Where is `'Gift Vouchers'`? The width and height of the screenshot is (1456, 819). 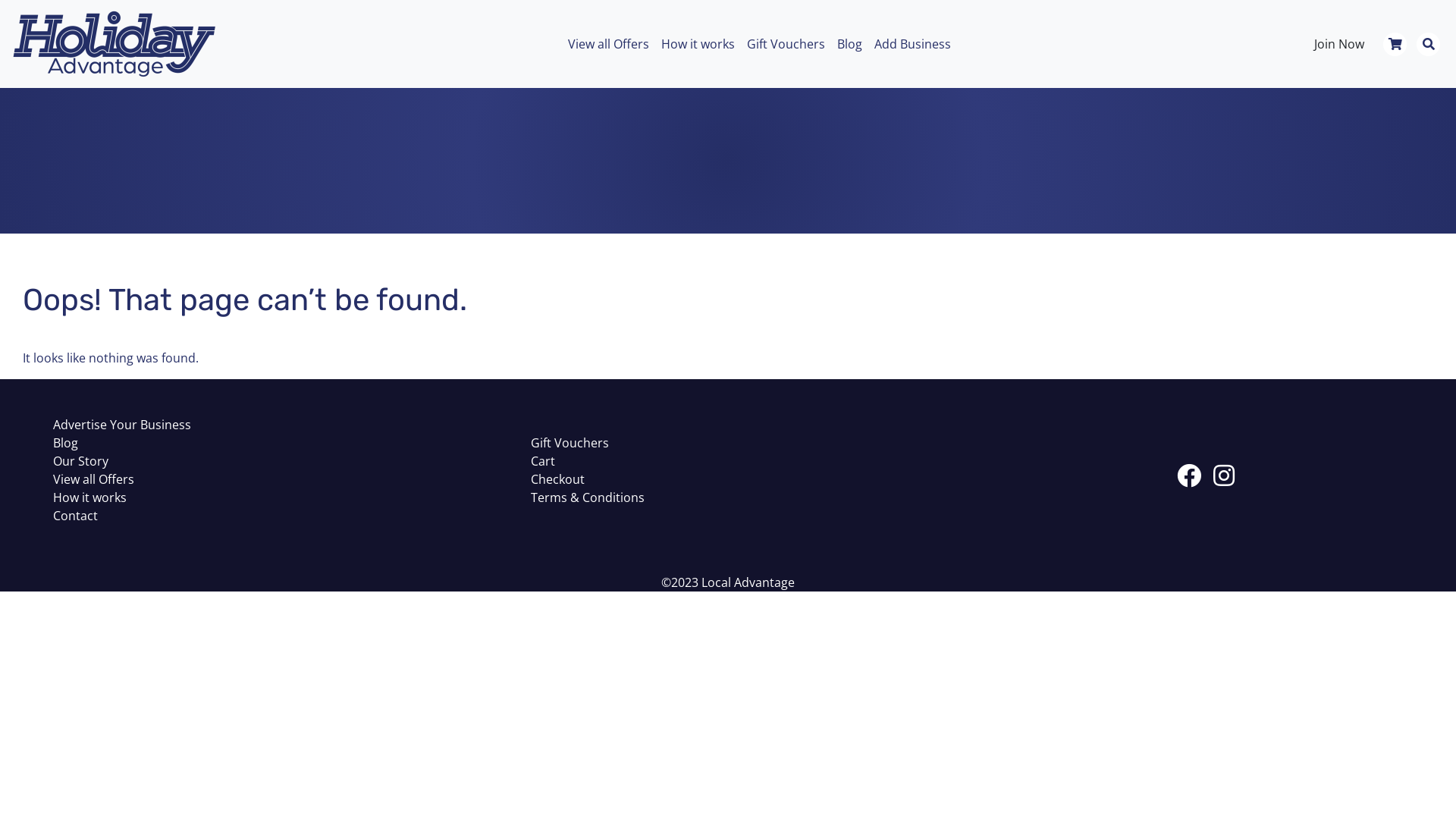 'Gift Vouchers' is located at coordinates (785, 42).